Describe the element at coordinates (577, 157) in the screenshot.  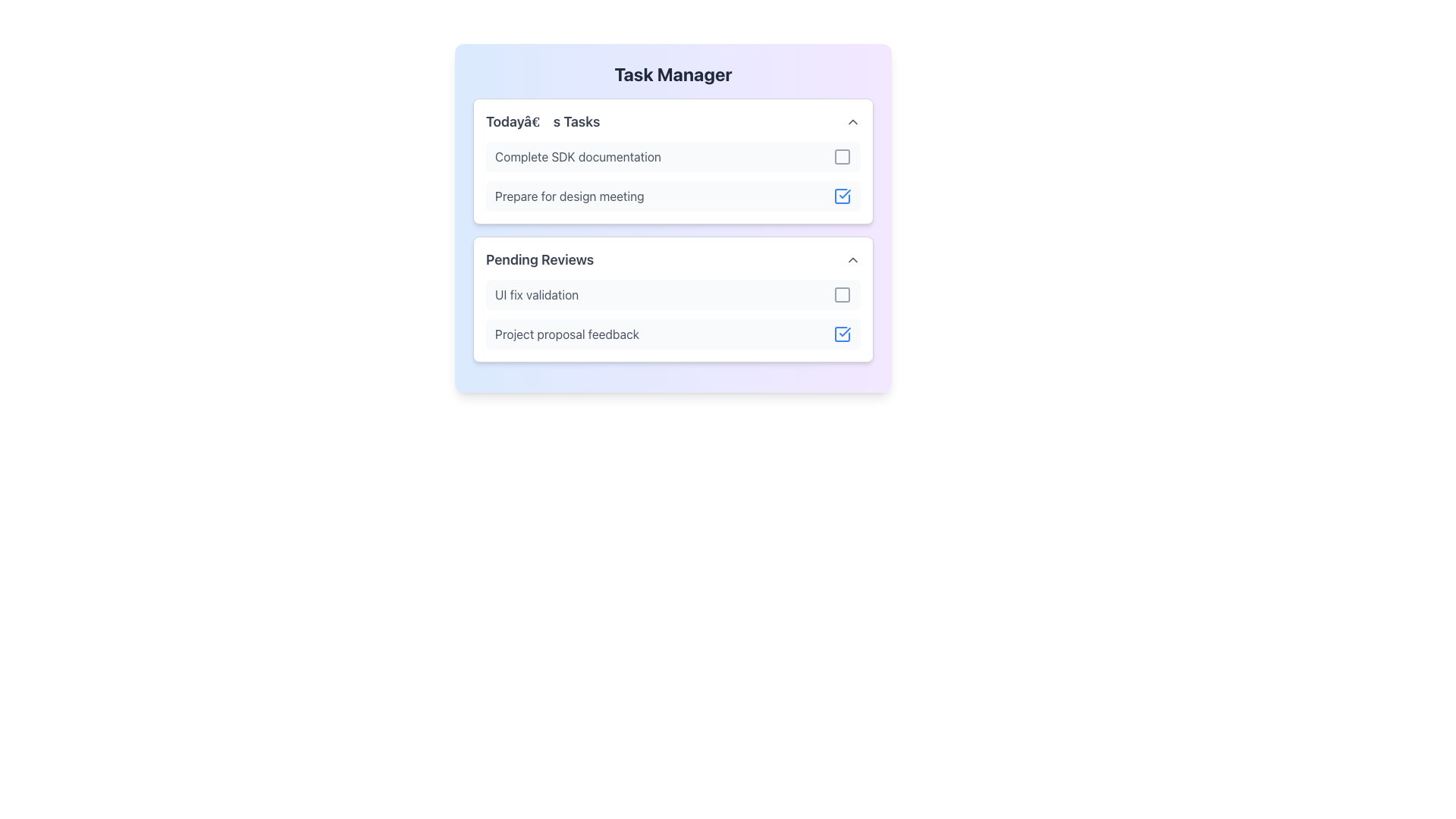
I see `the text label reading 'Complete SDK documentation' which is styled with a gray font color and located at the top of the 'Today’s Tasks' section` at that location.